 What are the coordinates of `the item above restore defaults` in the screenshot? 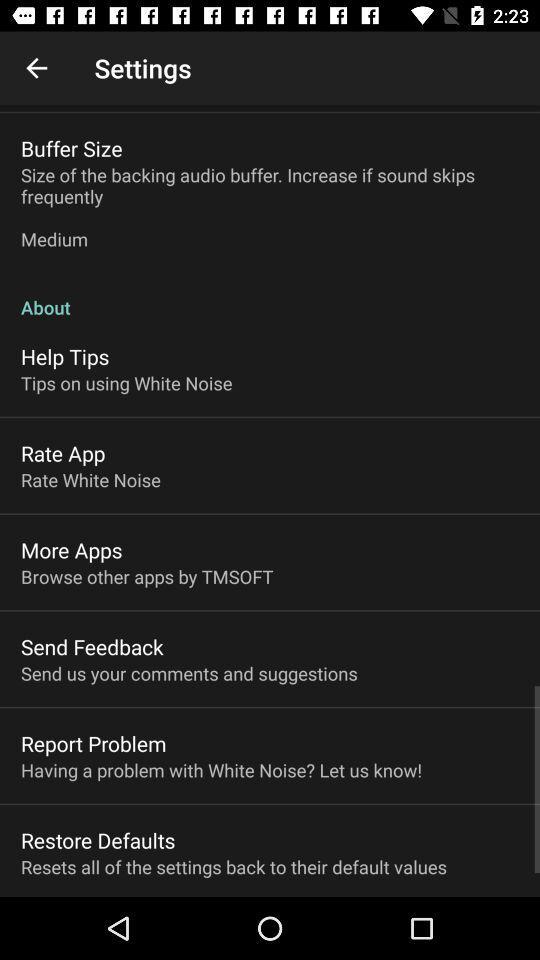 It's located at (220, 769).